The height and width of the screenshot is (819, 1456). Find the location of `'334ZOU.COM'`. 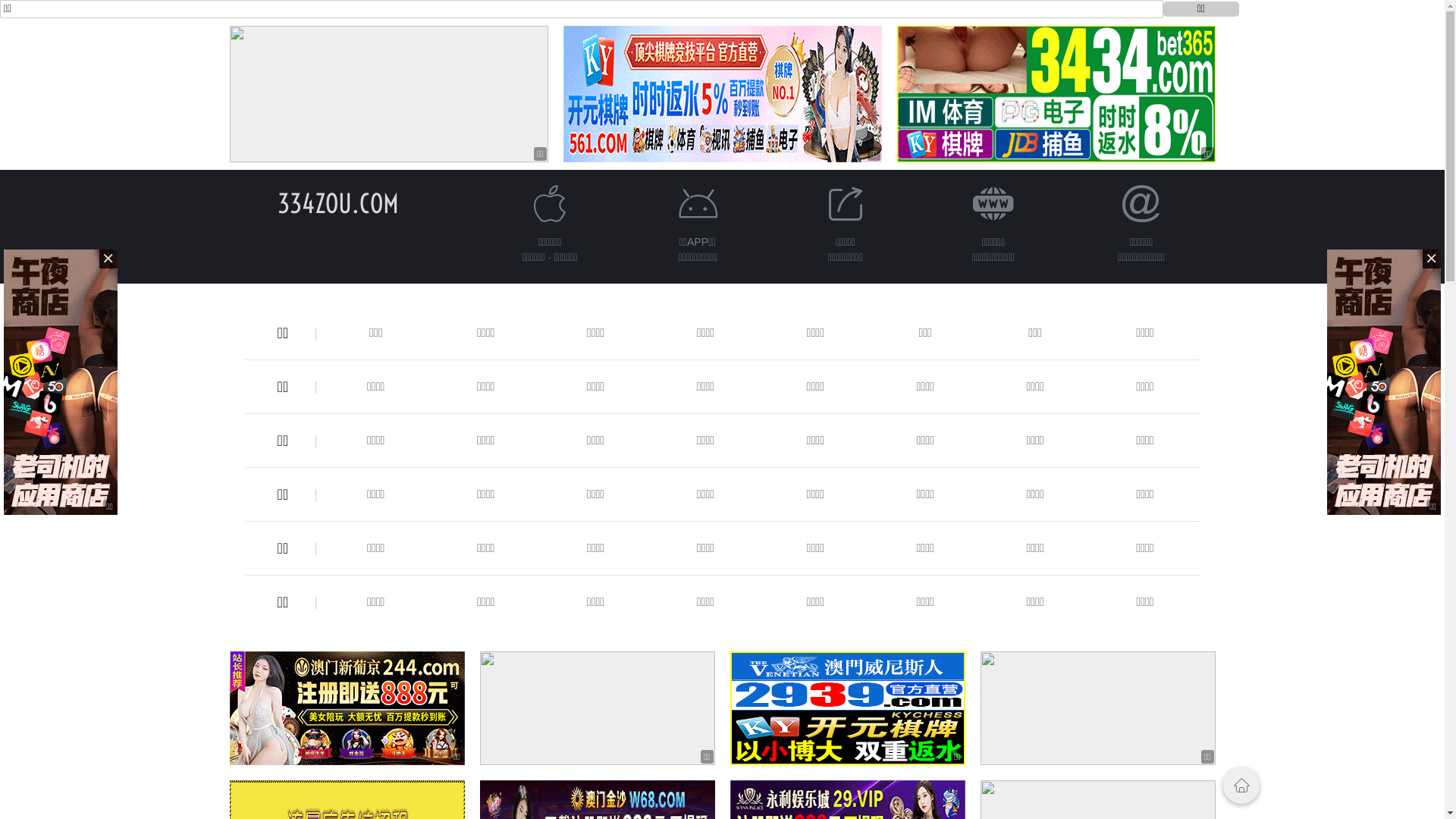

'334ZOU.COM' is located at coordinates (337, 202).